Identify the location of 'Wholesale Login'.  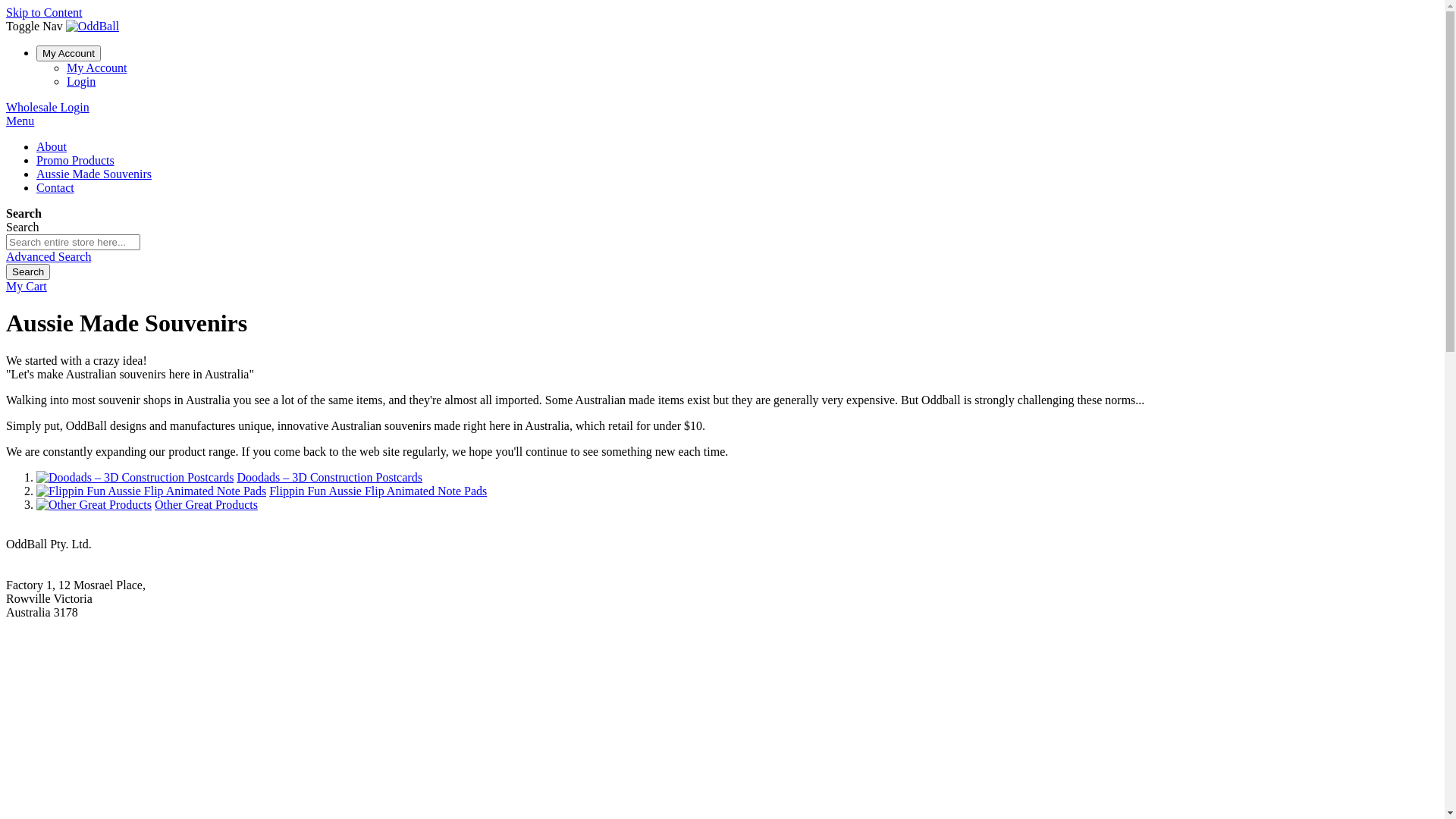
(47, 106).